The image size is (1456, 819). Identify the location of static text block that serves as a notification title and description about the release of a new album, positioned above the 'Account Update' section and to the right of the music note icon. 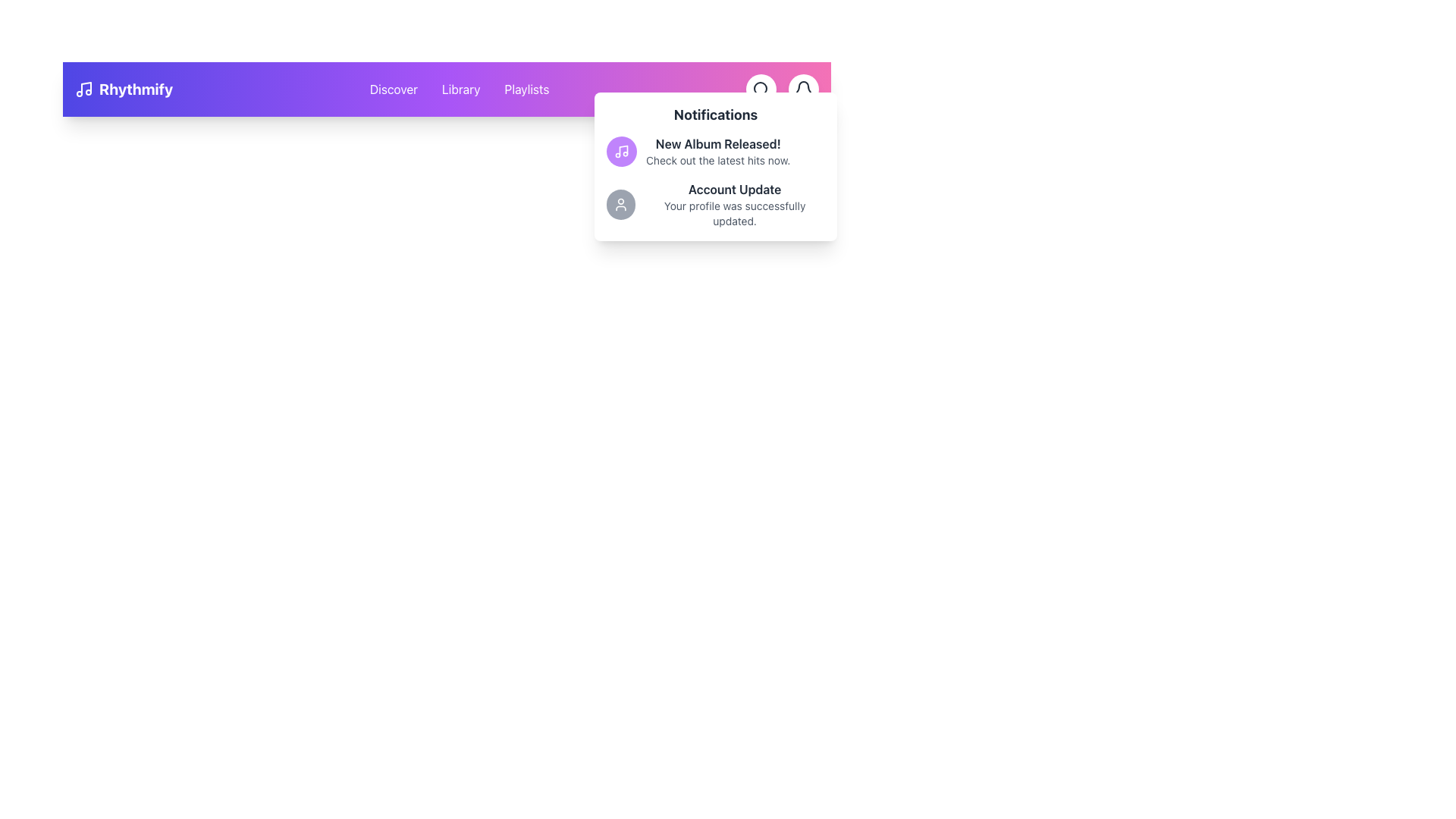
(717, 152).